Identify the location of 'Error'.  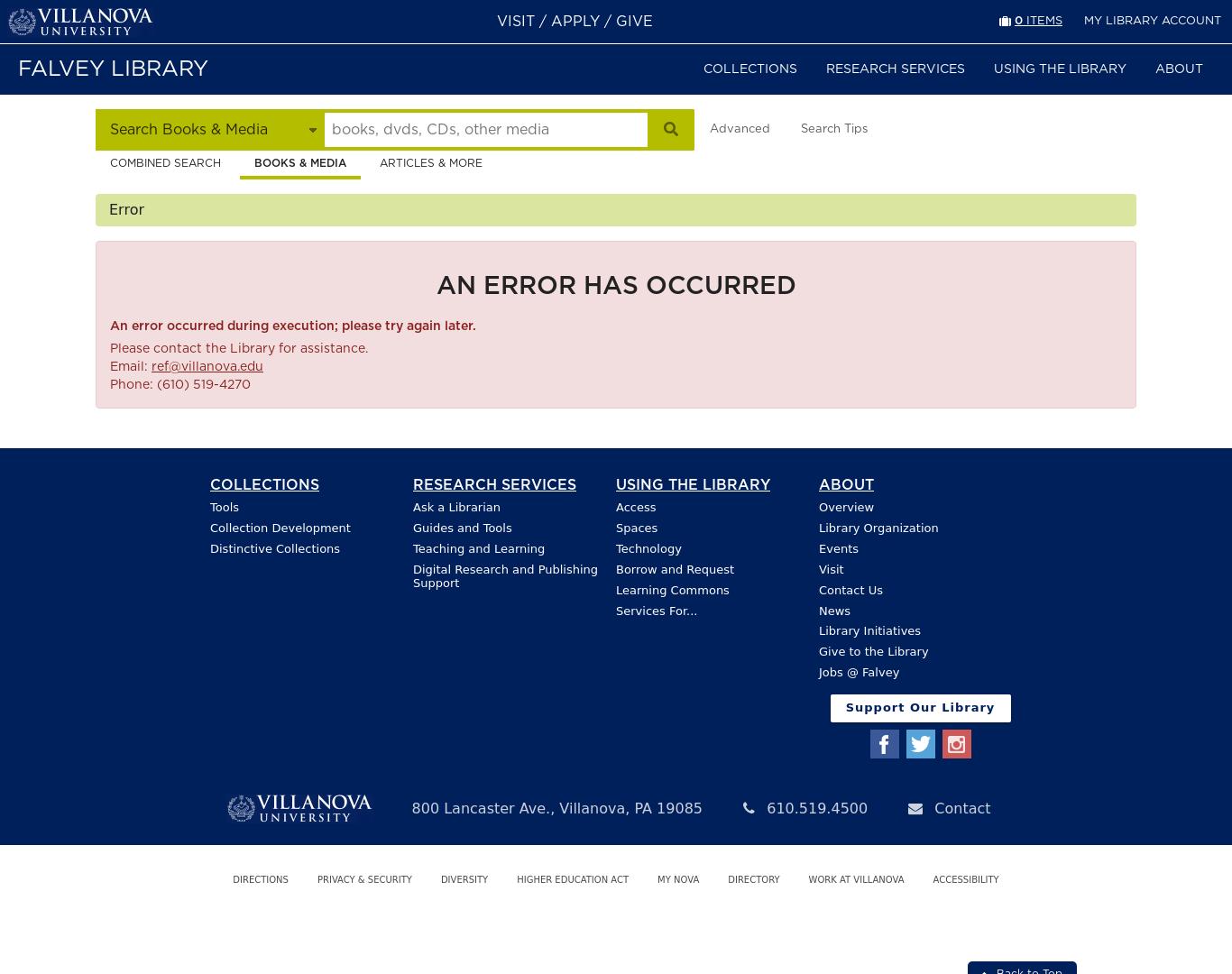
(125, 207).